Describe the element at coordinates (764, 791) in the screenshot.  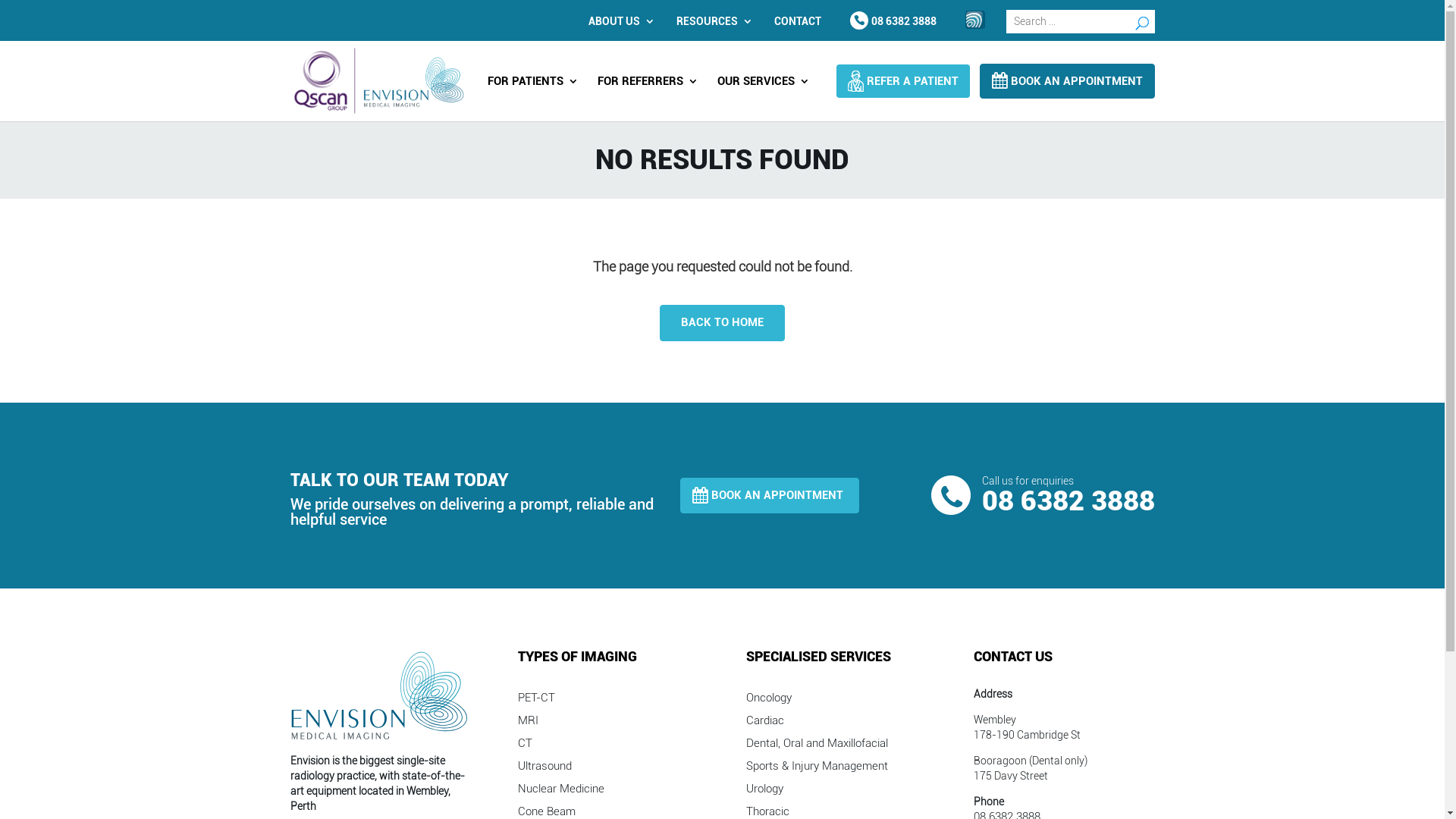
I see `'Urology'` at that location.